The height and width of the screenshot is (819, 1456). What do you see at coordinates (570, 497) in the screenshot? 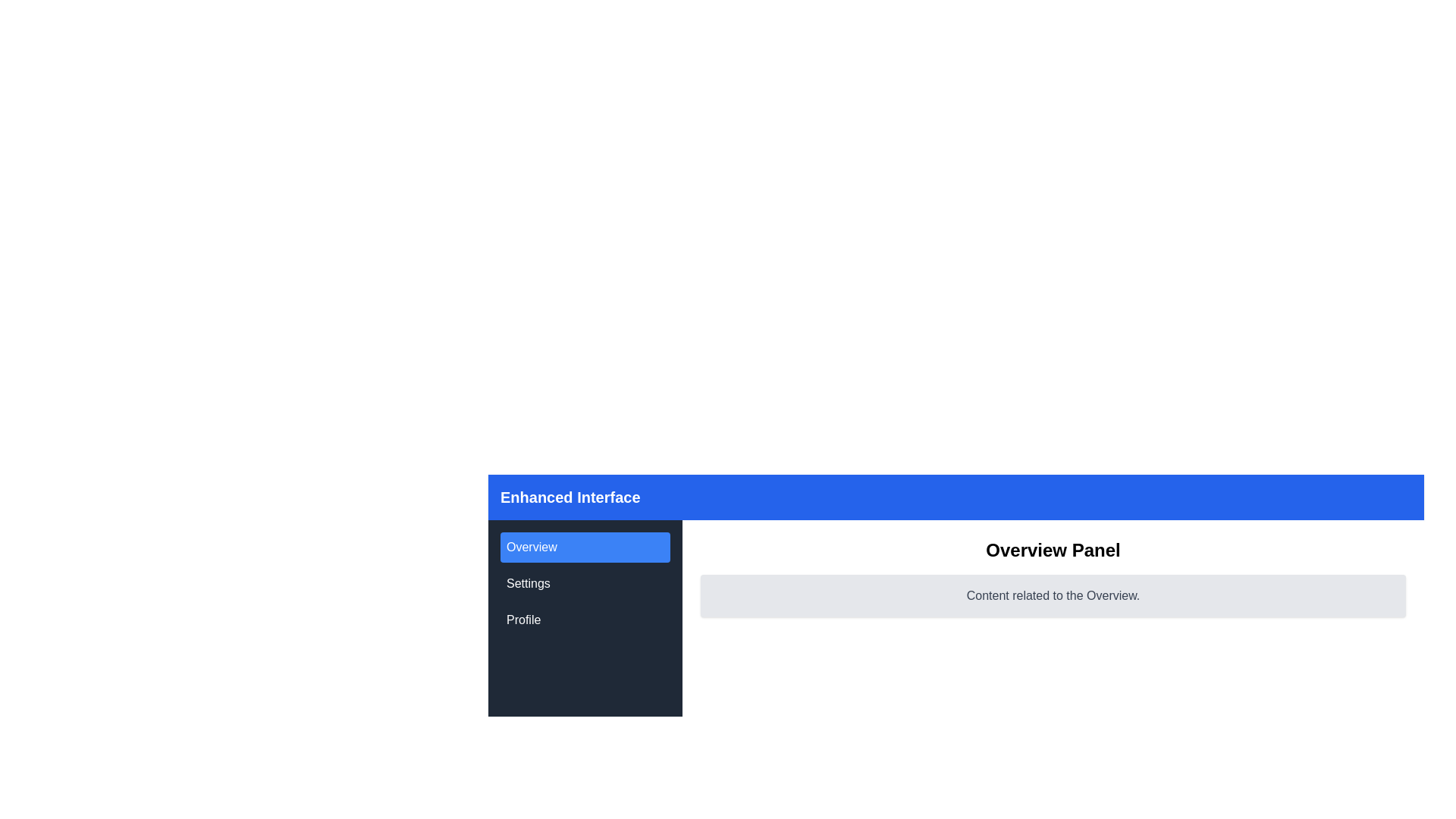
I see `the bold text element reading 'Enhanced Interface' that appears white on a blue background at the top left corner of the header strip` at bounding box center [570, 497].